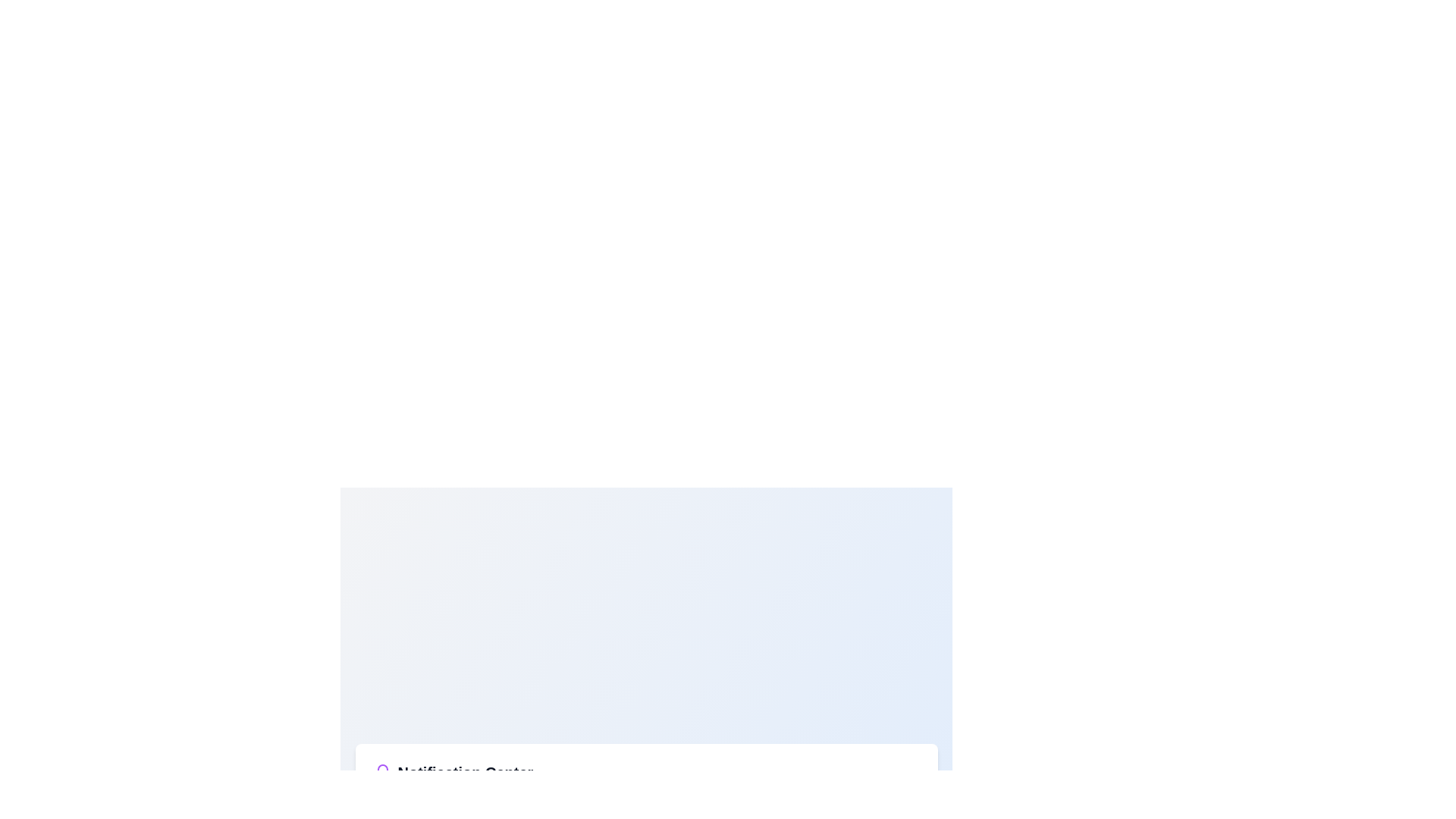 The width and height of the screenshot is (1456, 819). I want to click on the purple bell notification icon located to the left of the 'Notification Center' text, so click(382, 772).